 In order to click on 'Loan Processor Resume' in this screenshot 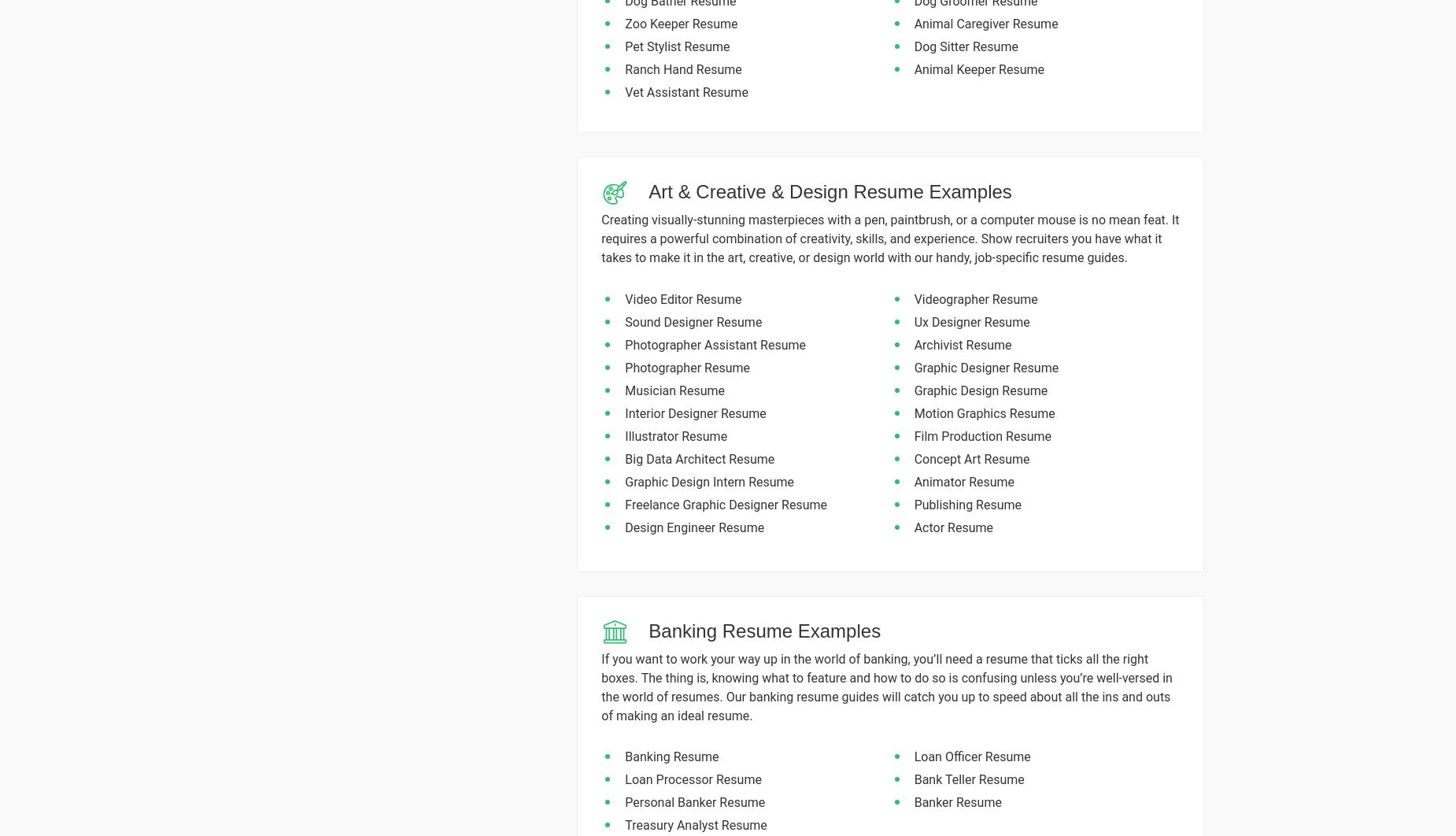, I will do `click(693, 779)`.